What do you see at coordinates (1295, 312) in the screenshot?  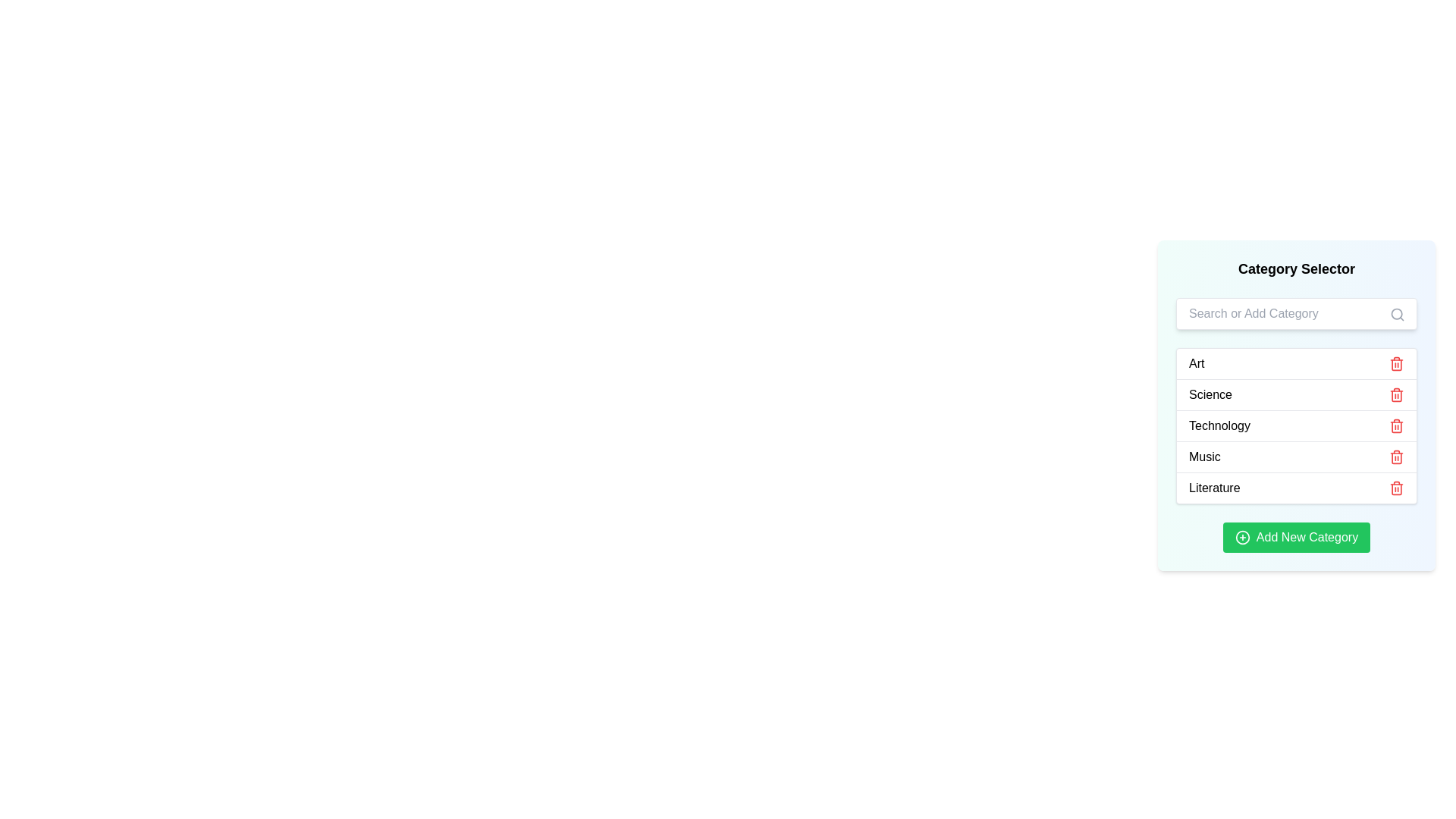 I see `the Text Input Box located under the 'Category Selector' title` at bounding box center [1295, 312].